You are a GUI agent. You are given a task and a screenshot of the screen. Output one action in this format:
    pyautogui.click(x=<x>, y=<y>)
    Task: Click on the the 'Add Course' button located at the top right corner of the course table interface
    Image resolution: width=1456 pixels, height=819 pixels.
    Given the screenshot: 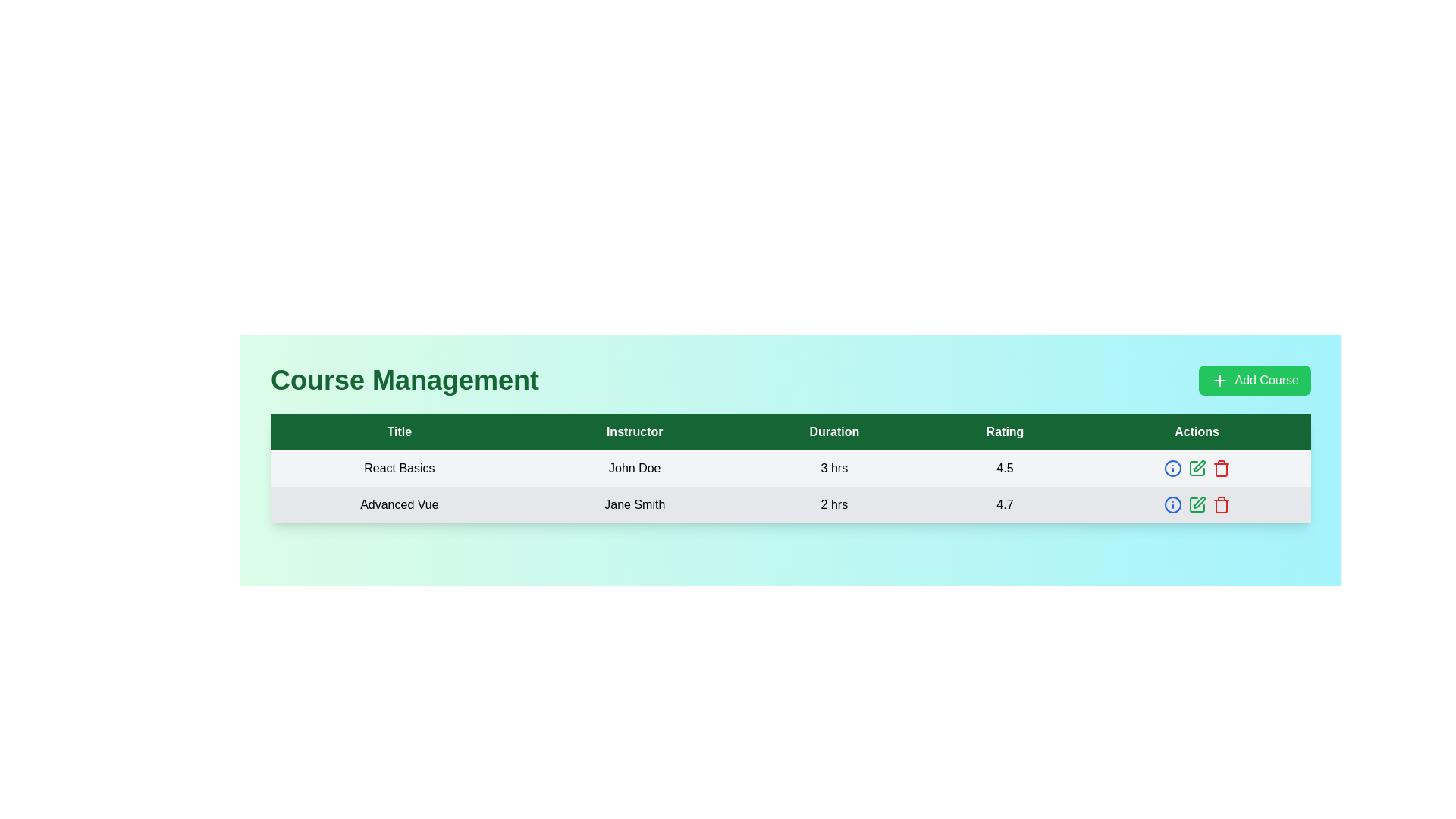 What is the action you would take?
    pyautogui.click(x=1219, y=379)
    